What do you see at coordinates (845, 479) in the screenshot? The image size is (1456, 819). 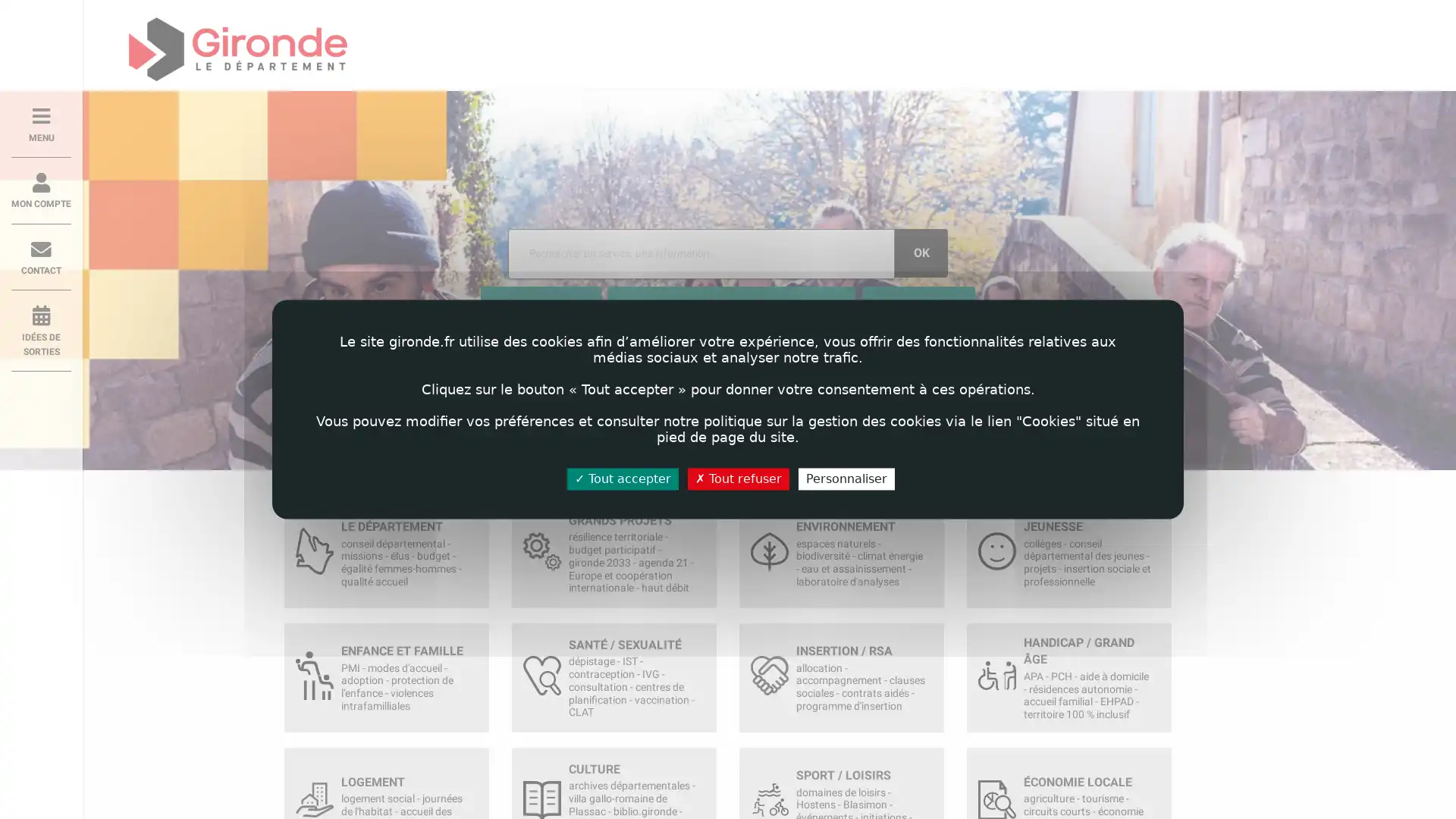 I see `Personnaliser` at bounding box center [845, 479].